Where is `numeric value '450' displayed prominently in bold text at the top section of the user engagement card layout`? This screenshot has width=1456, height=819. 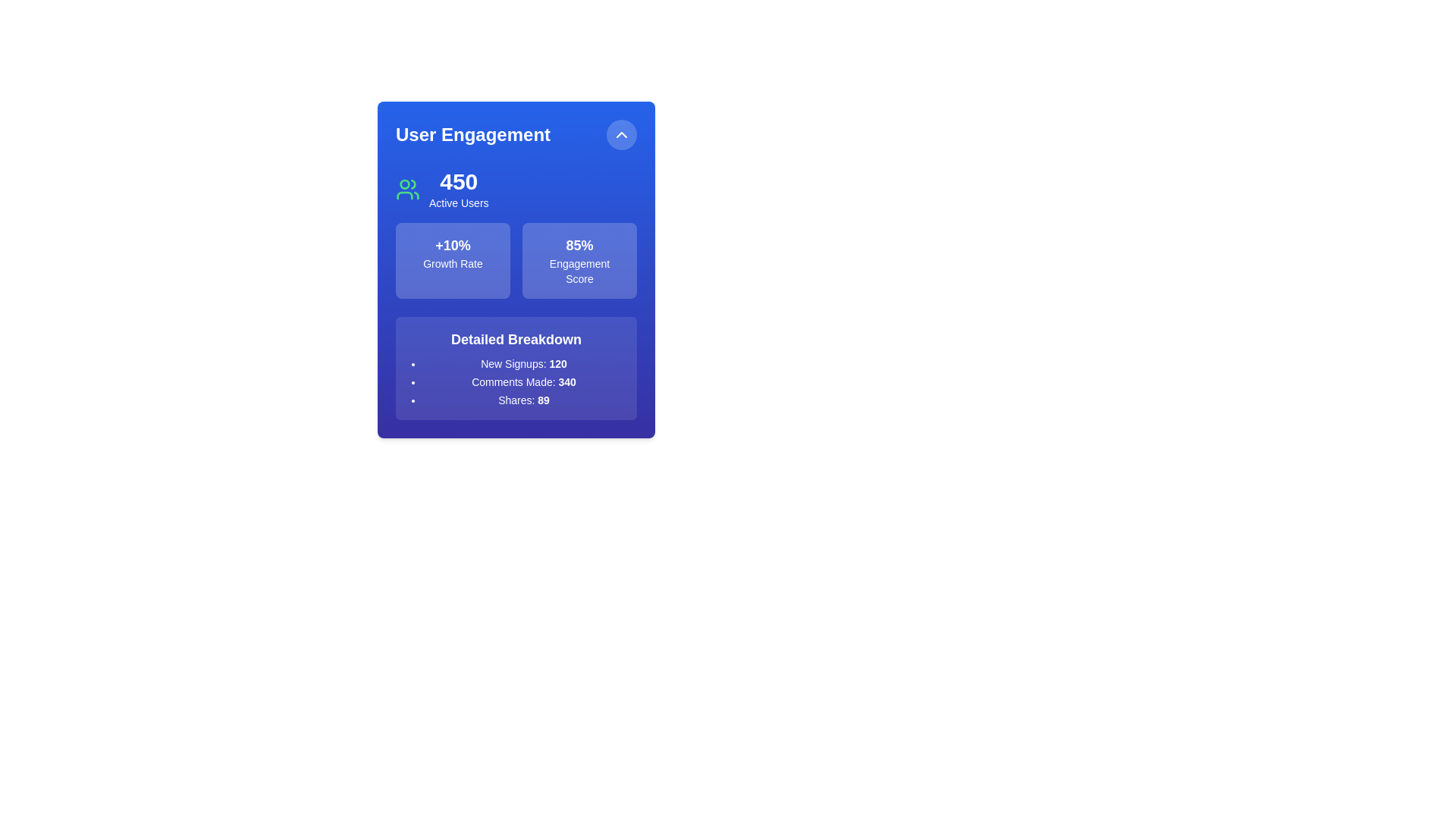 numeric value '450' displayed prominently in bold text at the top section of the user engagement card layout is located at coordinates (458, 180).